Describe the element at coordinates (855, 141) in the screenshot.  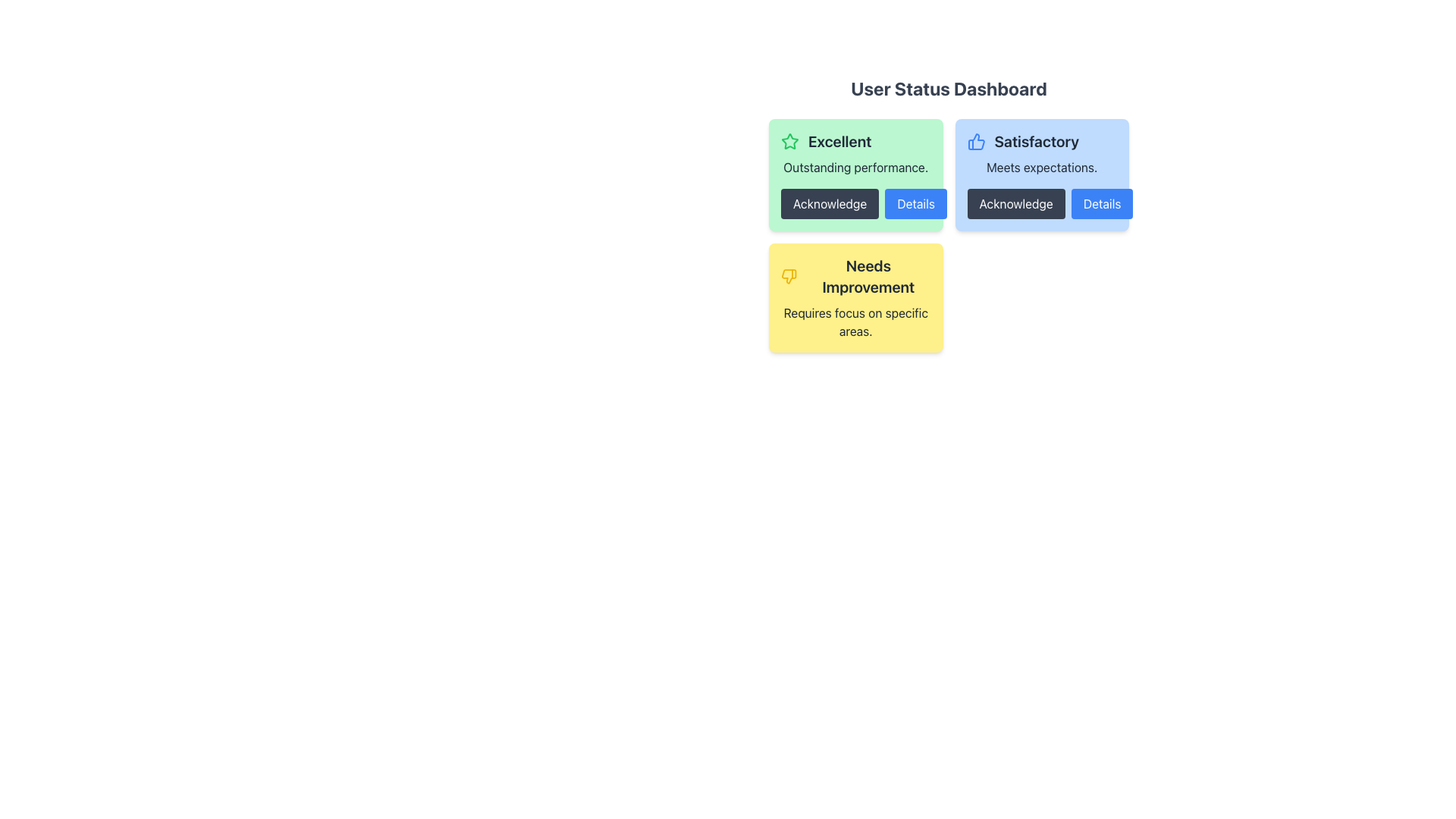
I see `the Label with Icon that features a green outlined star icon and the bold text 'Excellent', located at the top-left corner inside a green card labeled 'Outstanding performance.'` at that location.